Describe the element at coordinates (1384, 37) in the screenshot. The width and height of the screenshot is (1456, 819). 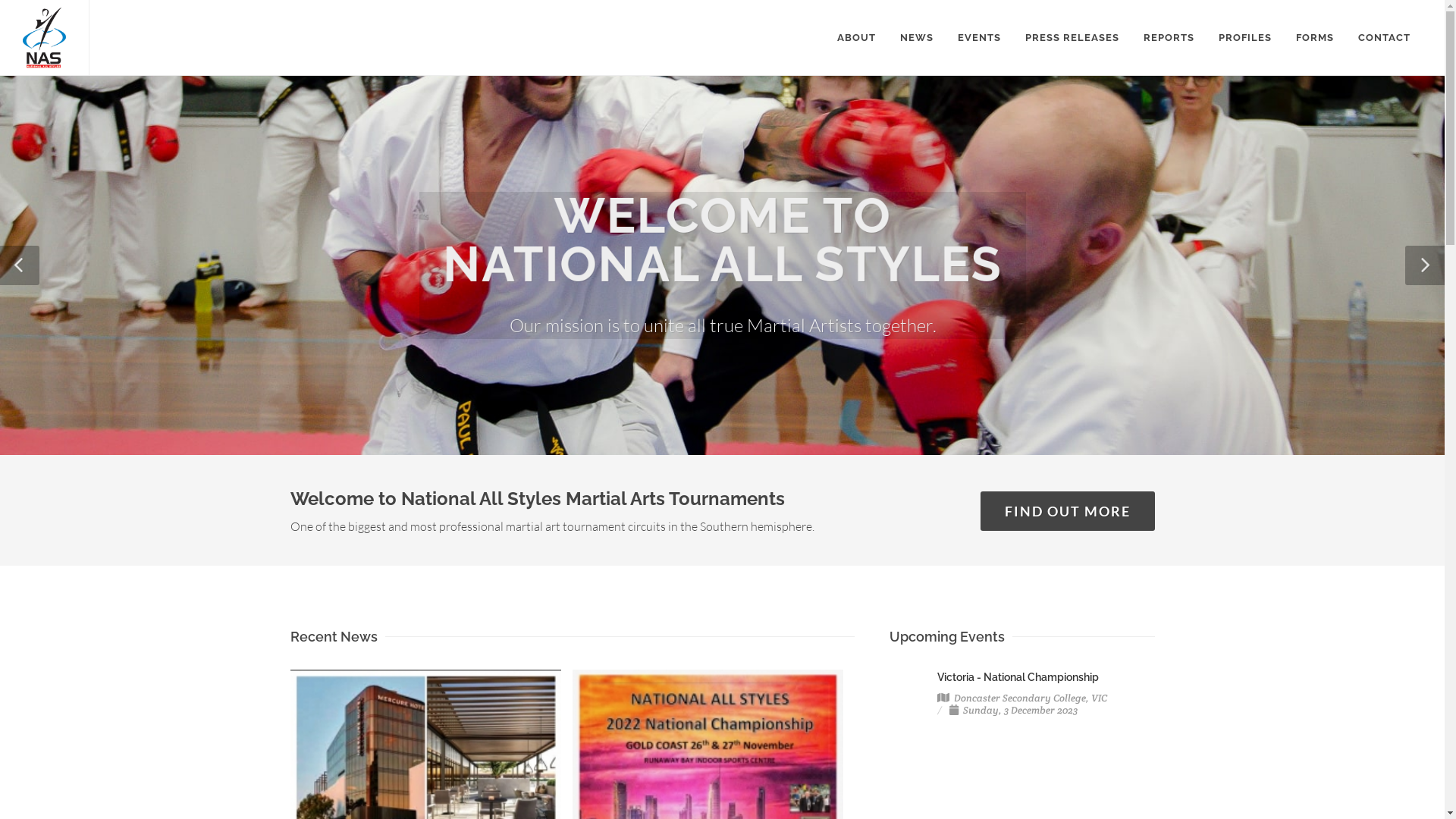
I see `'CONTACT'` at that location.